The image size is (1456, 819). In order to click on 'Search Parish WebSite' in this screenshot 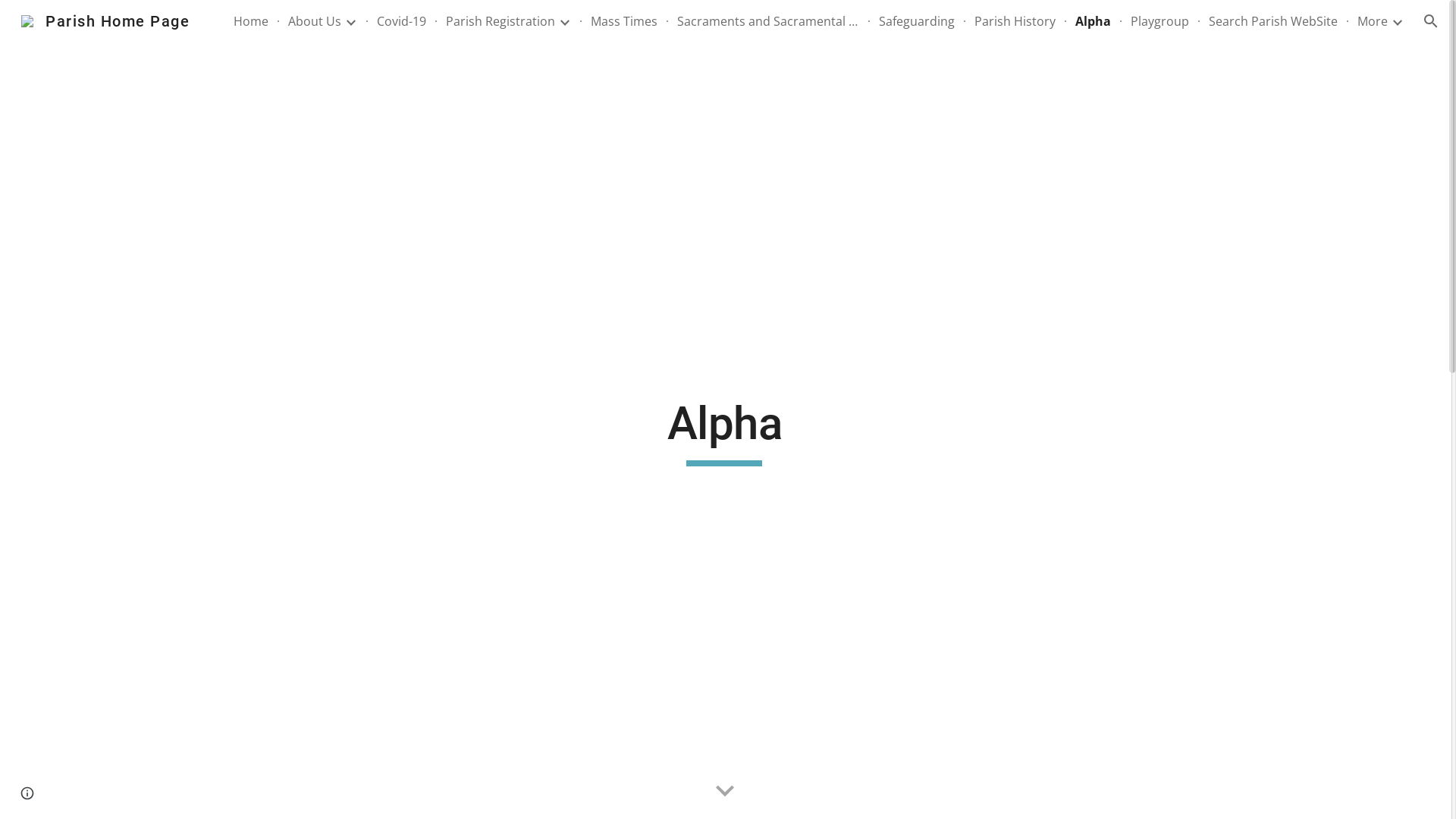, I will do `click(1273, 20)`.